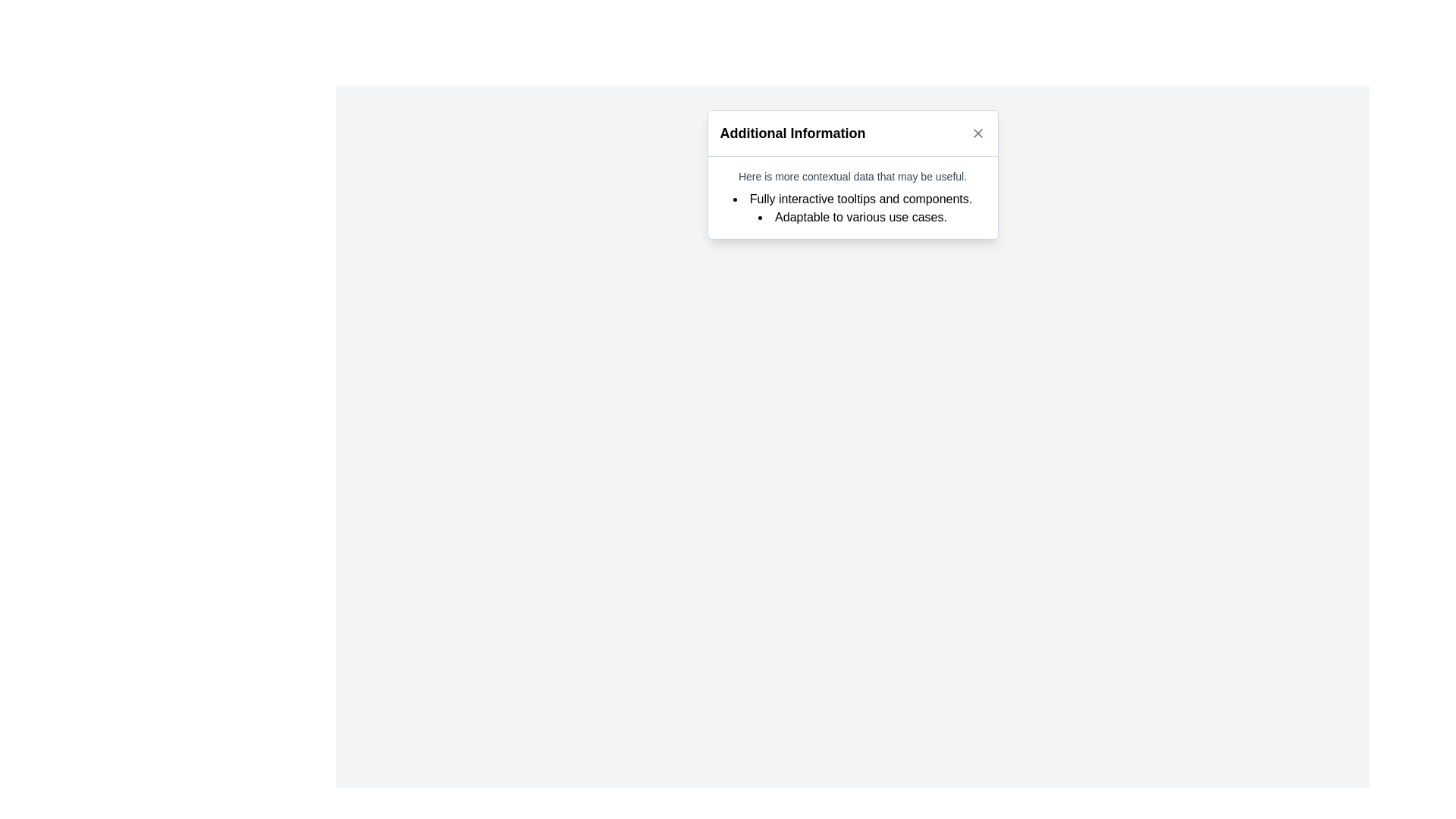 The height and width of the screenshot is (819, 1456). Describe the element at coordinates (852, 175) in the screenshot. I see `the informational text element that provides context for the additional bullet points, located below the 'Additional Information' heading and above the bullet point list` at that location.